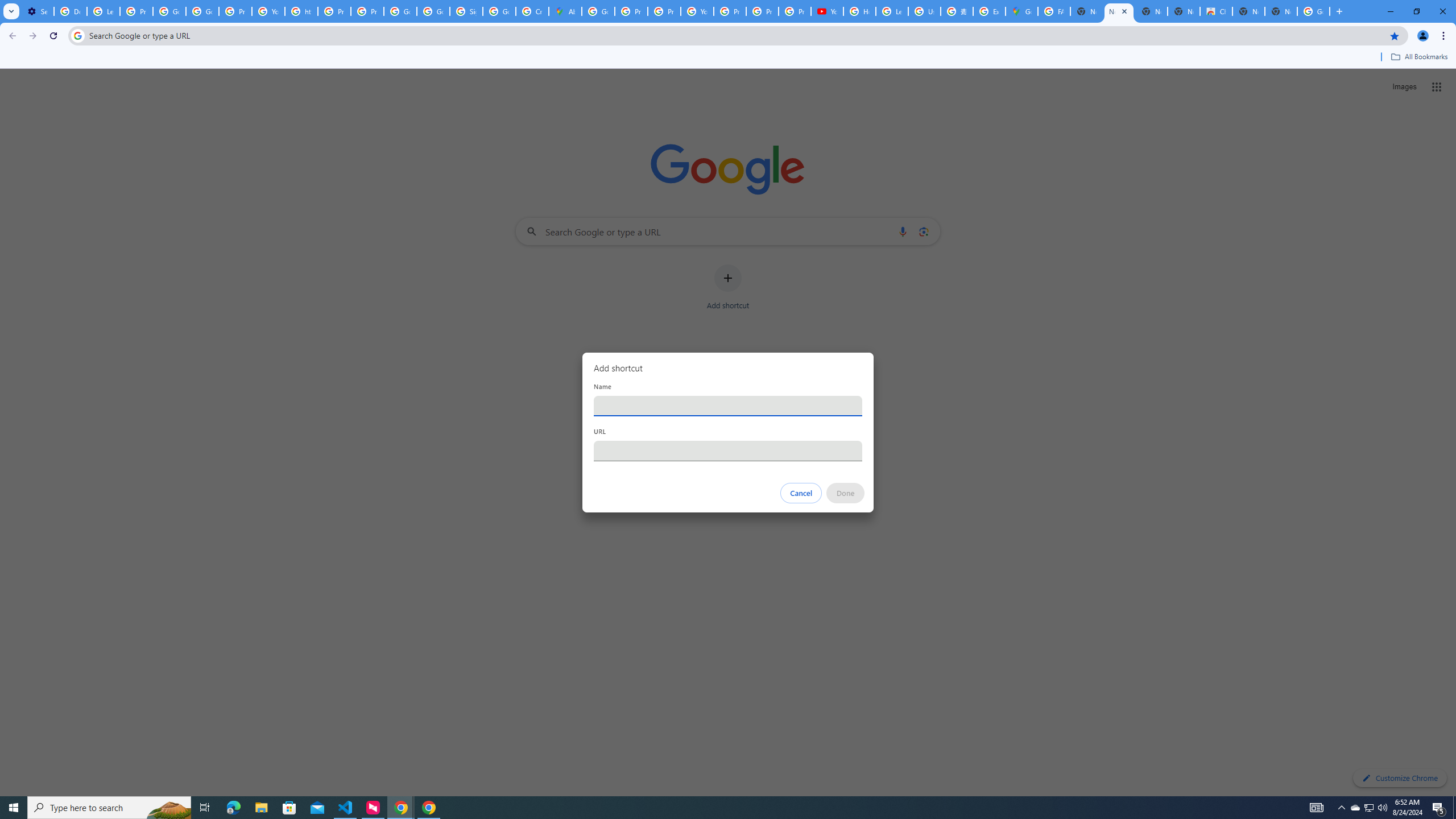 The width and height of the screenshot is (1456, 819). I want to click on 'Google Maps', so click(1020, 11).